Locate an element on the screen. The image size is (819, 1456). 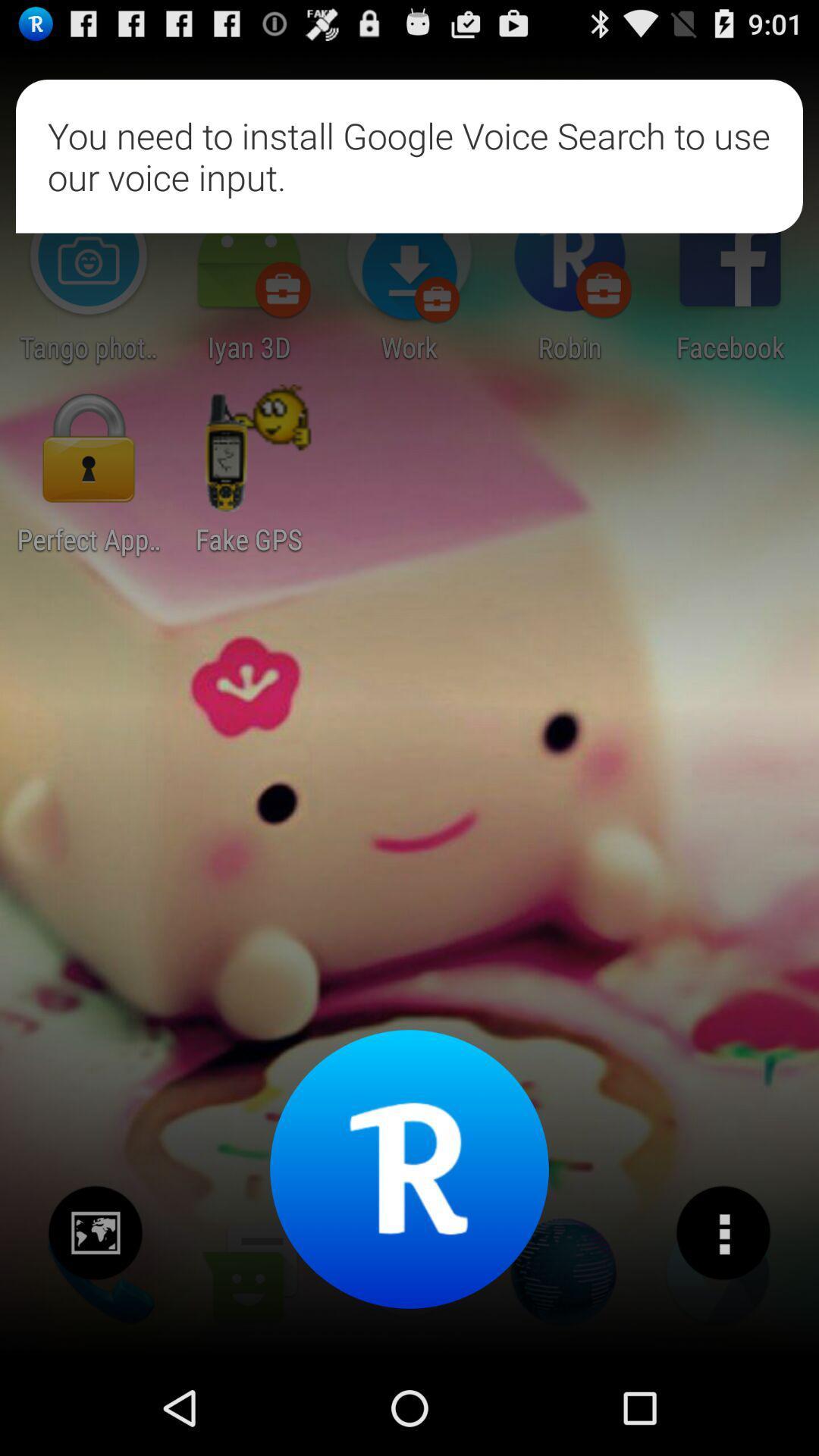
more info button is located at coordinates (722, 1233).